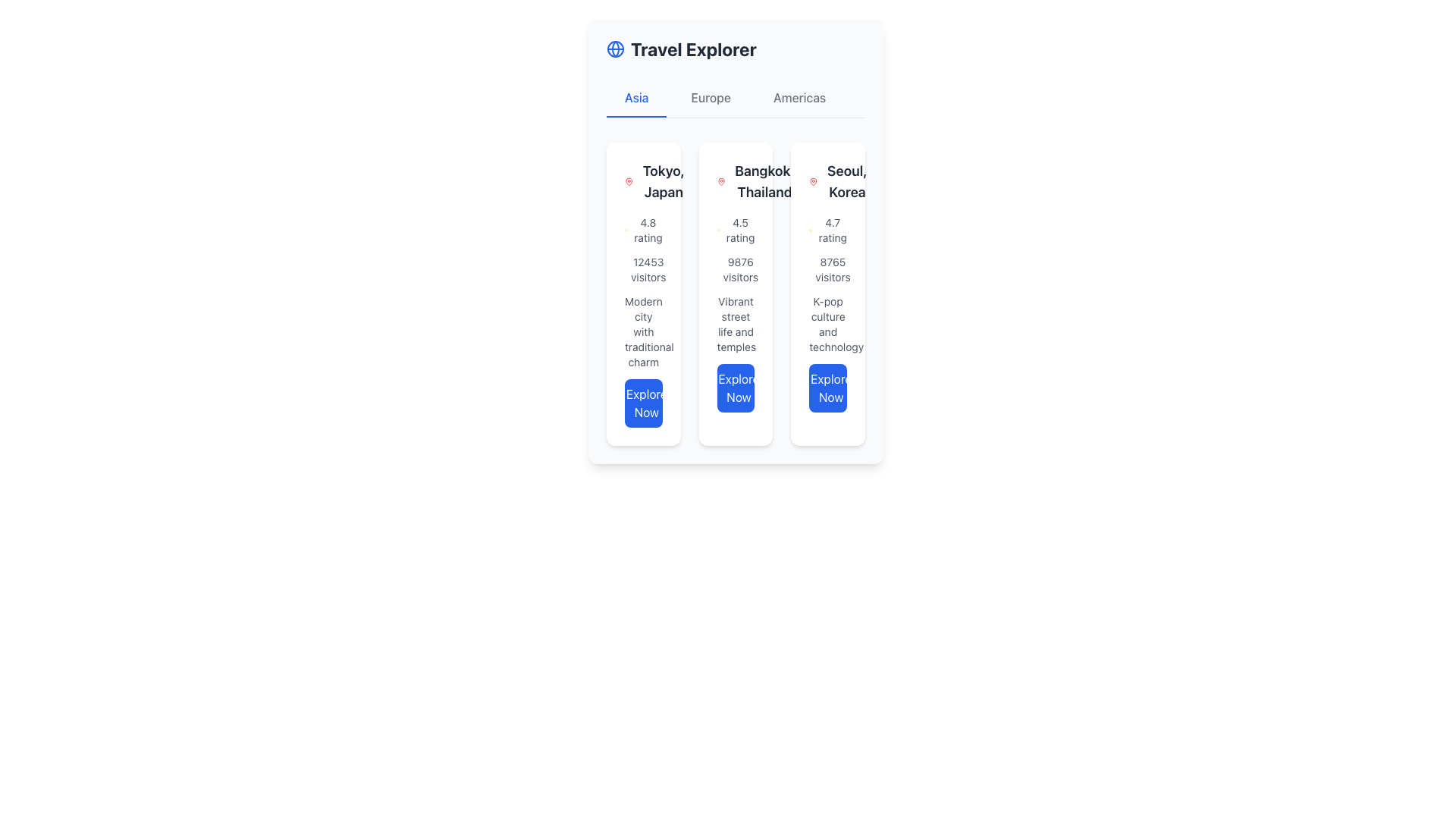 The image size is (1456, 819). I want to click on the button at the bottom of the content stack related to 'Seoul, Korea', so click(827, 388).